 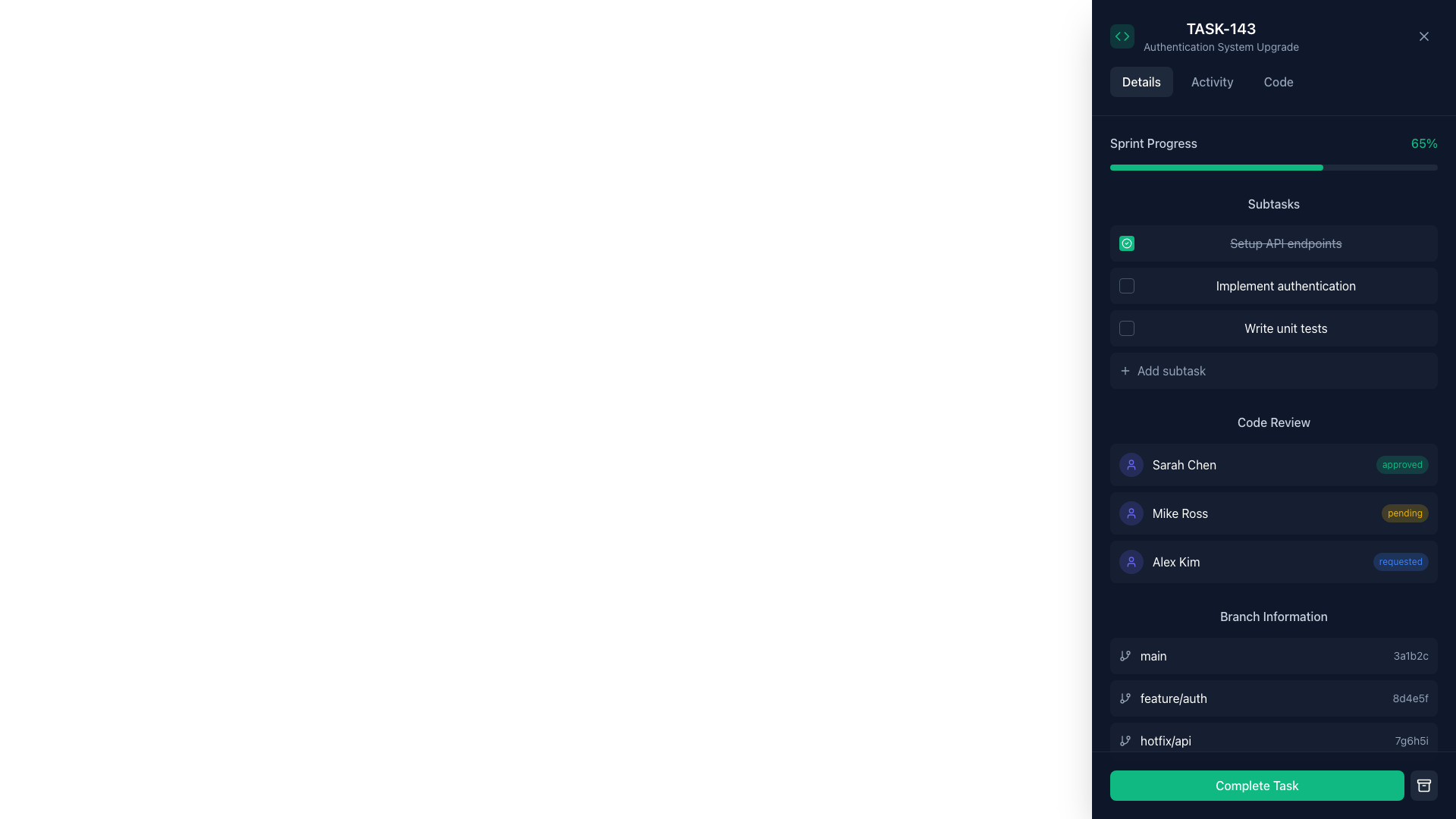 I want to click on the left-facing chevron icon, which is a green triangular arrowhead located in the upper-left corner of the side panel, for interaction, so click(x=1118, y=35).